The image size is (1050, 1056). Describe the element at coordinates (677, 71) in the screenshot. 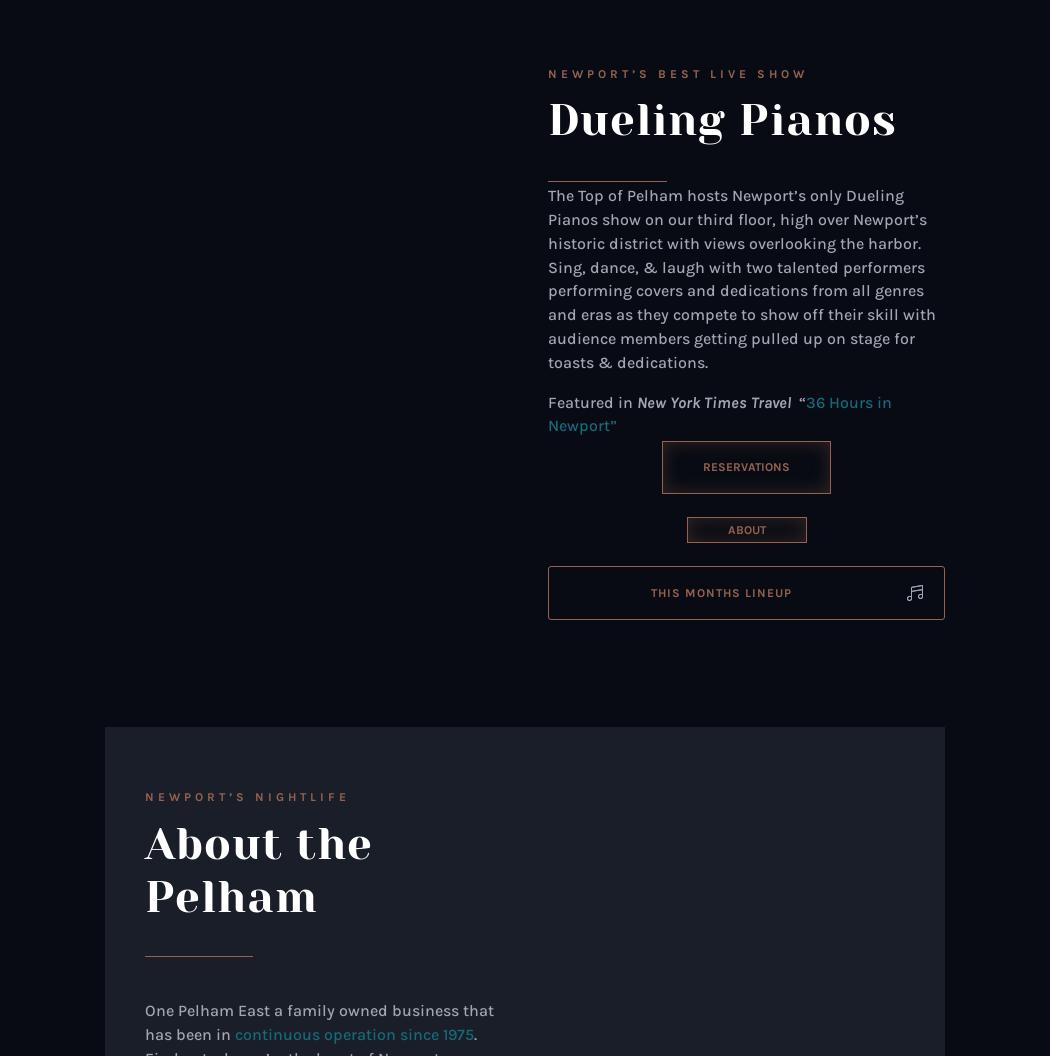

I see `'Newport’s Best Live Show'` at that location.